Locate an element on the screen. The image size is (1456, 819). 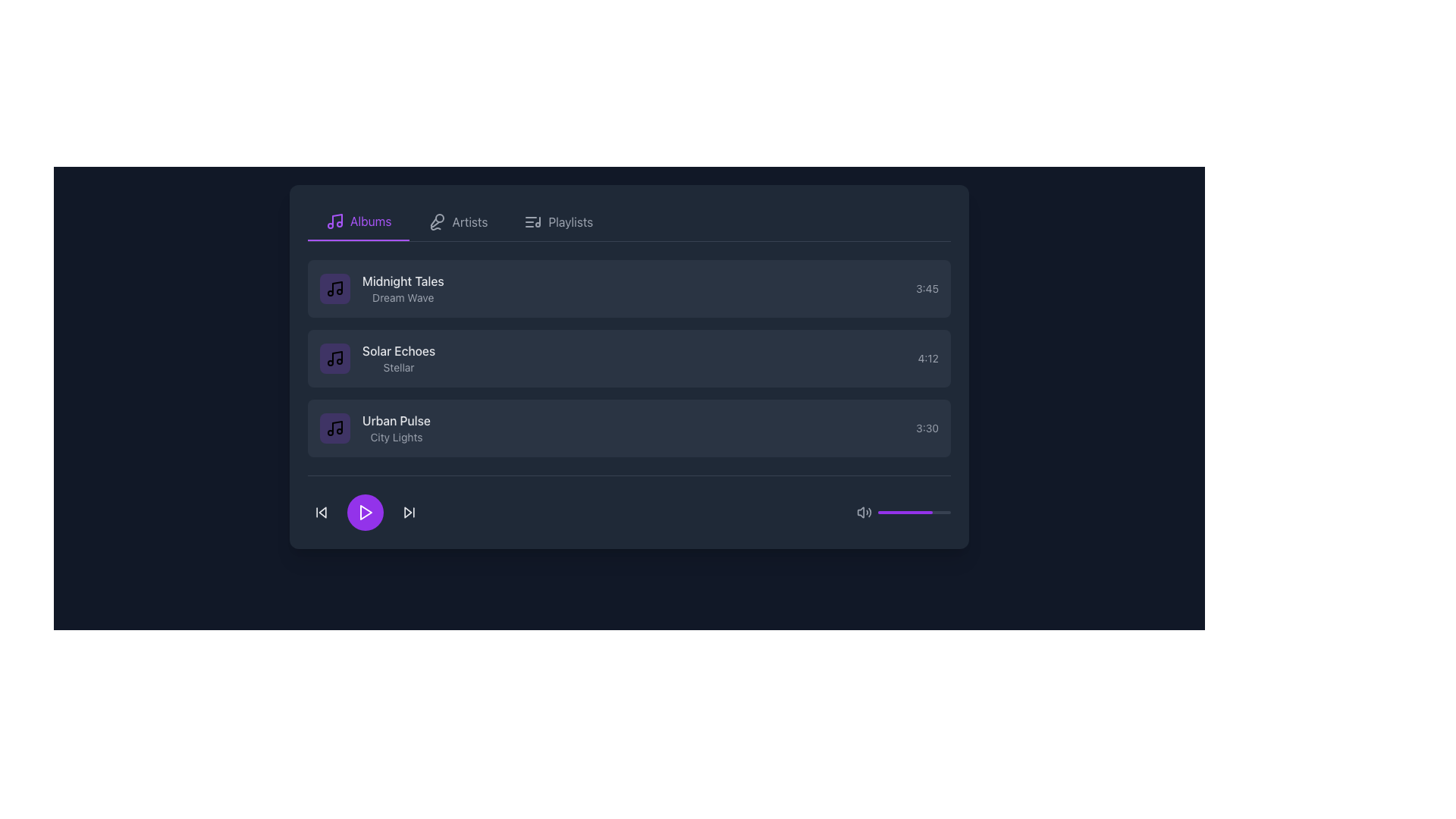
the 'skip back' icon button, which is a small icon with a triangular arrow pointing left is located at coordinates (320, 512).